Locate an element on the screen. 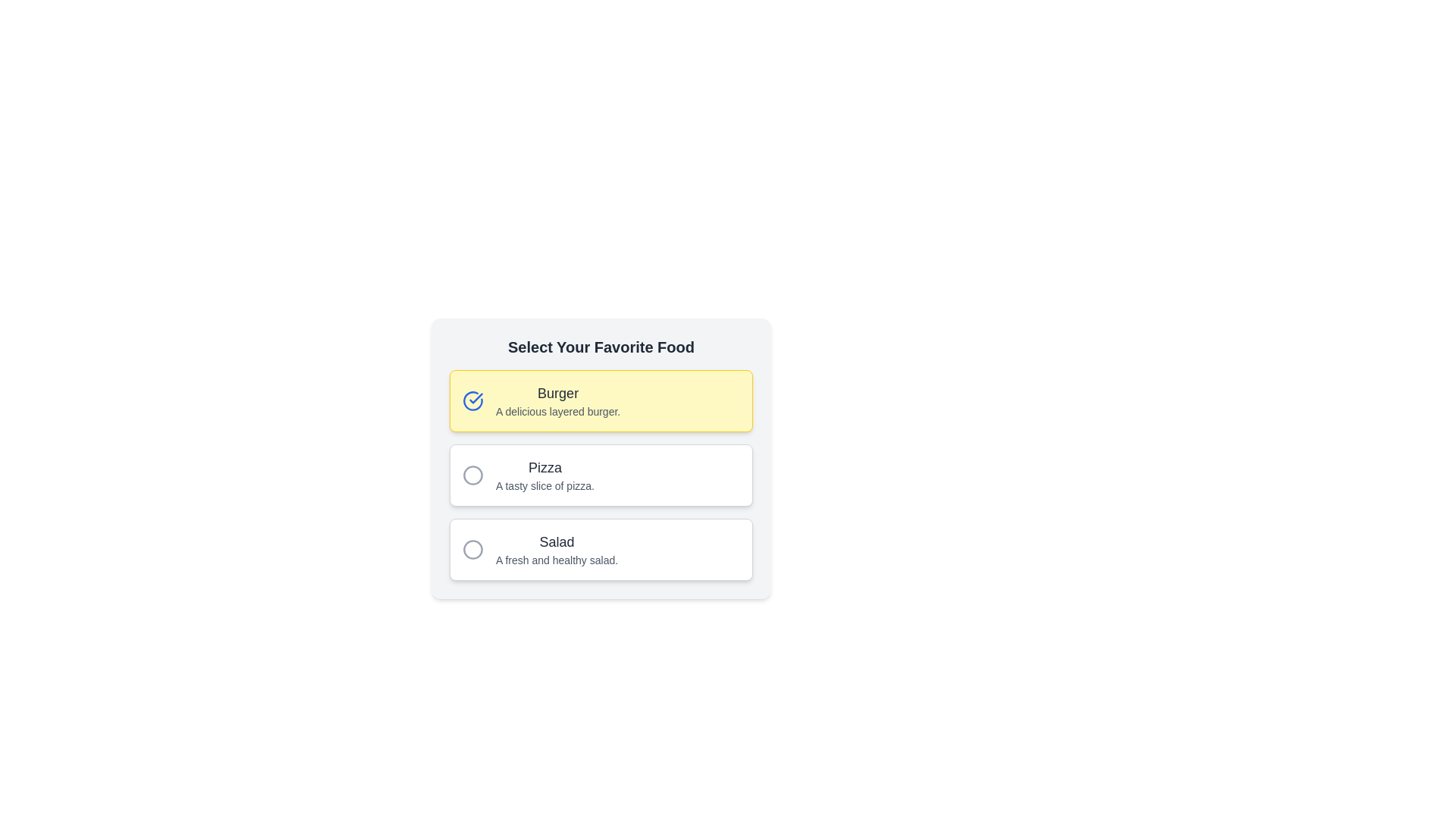 The image size is (1456, 819). the title text for the 'Burger' selection option, which is centered above the description 'A delicious layered burger' within a yellow-highlighted background is located at coordinates (557, 393).